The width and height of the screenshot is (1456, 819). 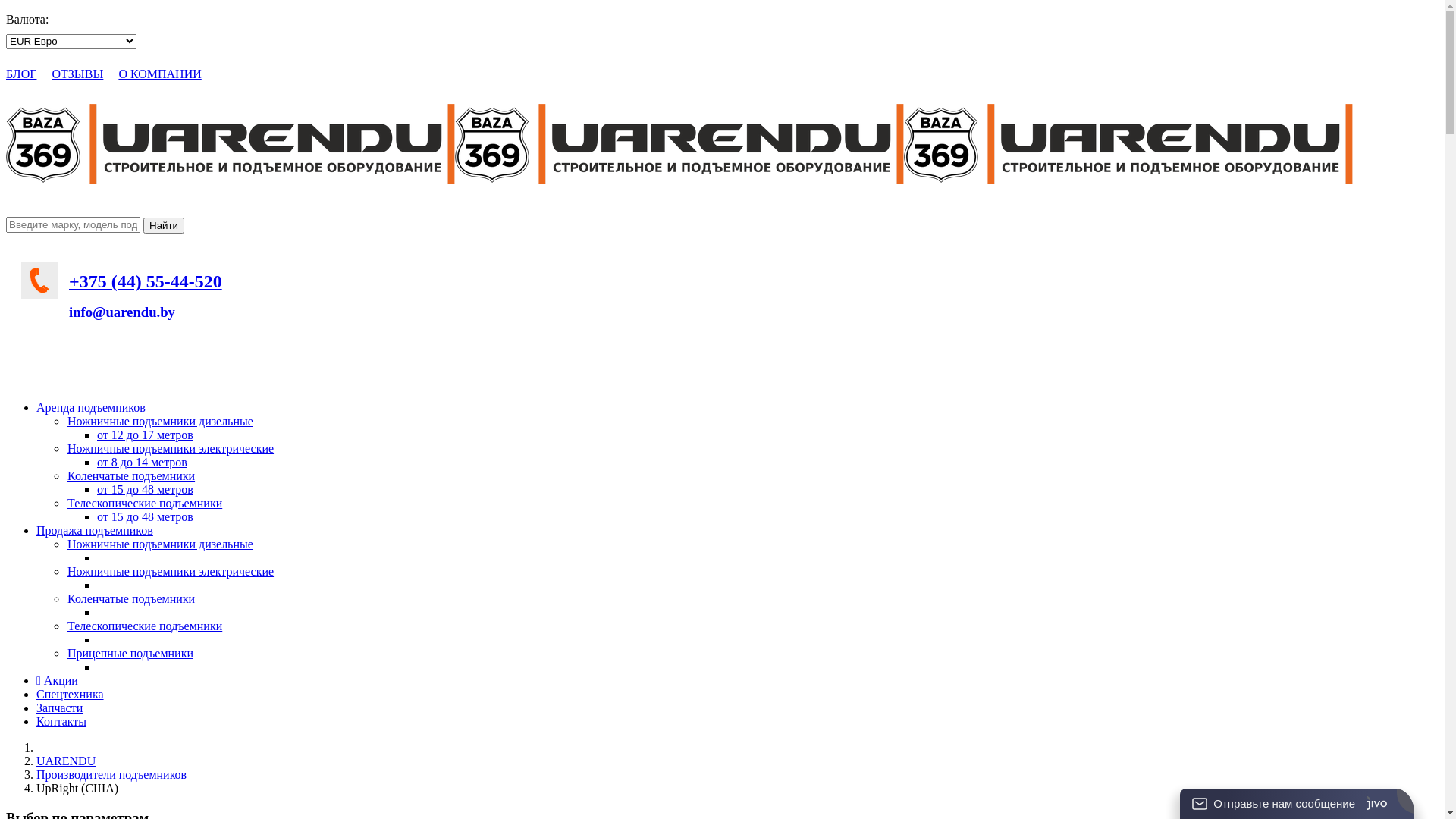 What do you see at coordinates (64, 761) in the screenshot?
I see `'UARENDU'` at bounding box center [64, 761].